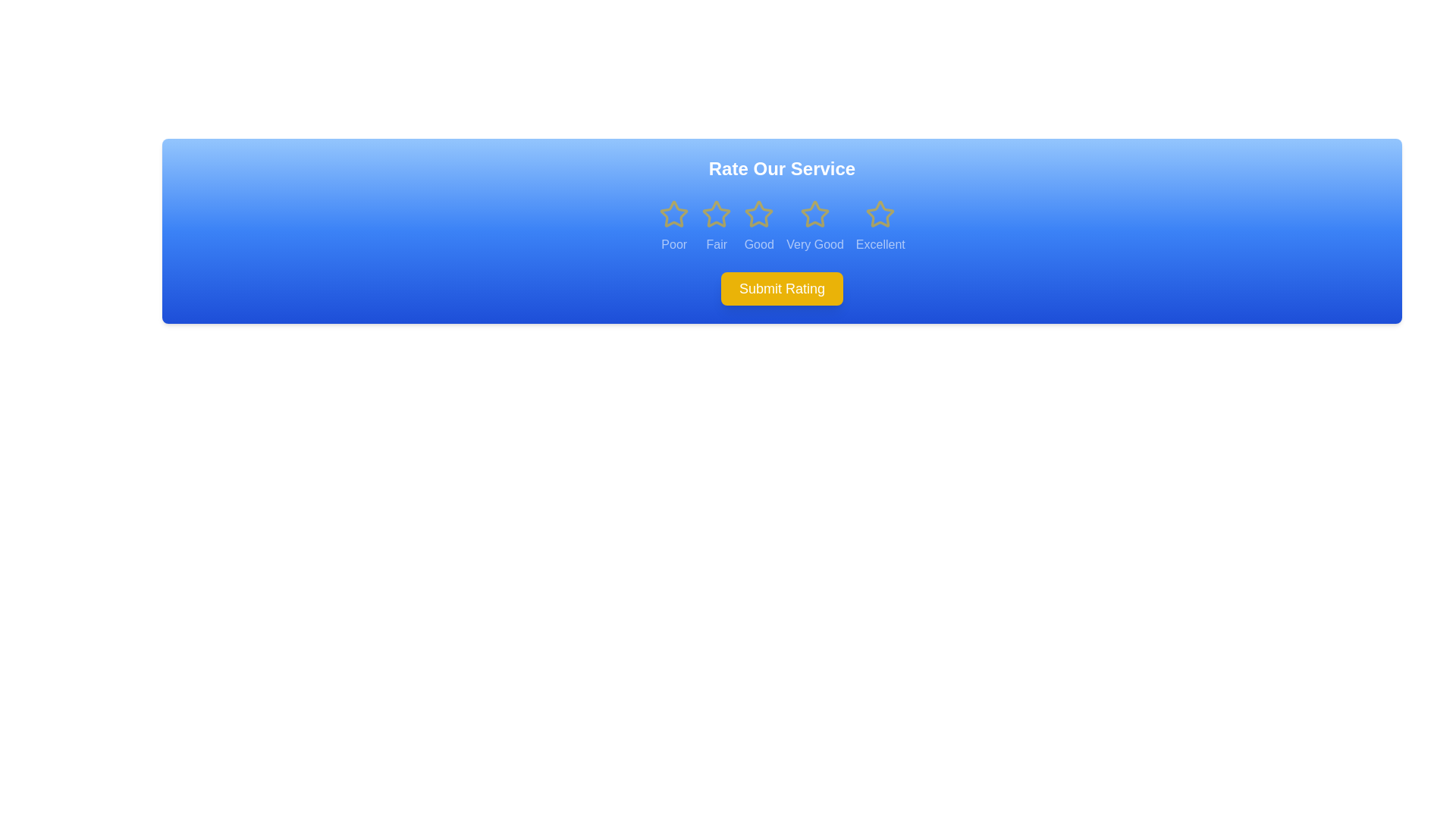  Describe the element at coordinates (782, 289) in the screenshot. I see `the 'Submit Rating' button with a bright yellow background to visualize its color transition effect` at that location.